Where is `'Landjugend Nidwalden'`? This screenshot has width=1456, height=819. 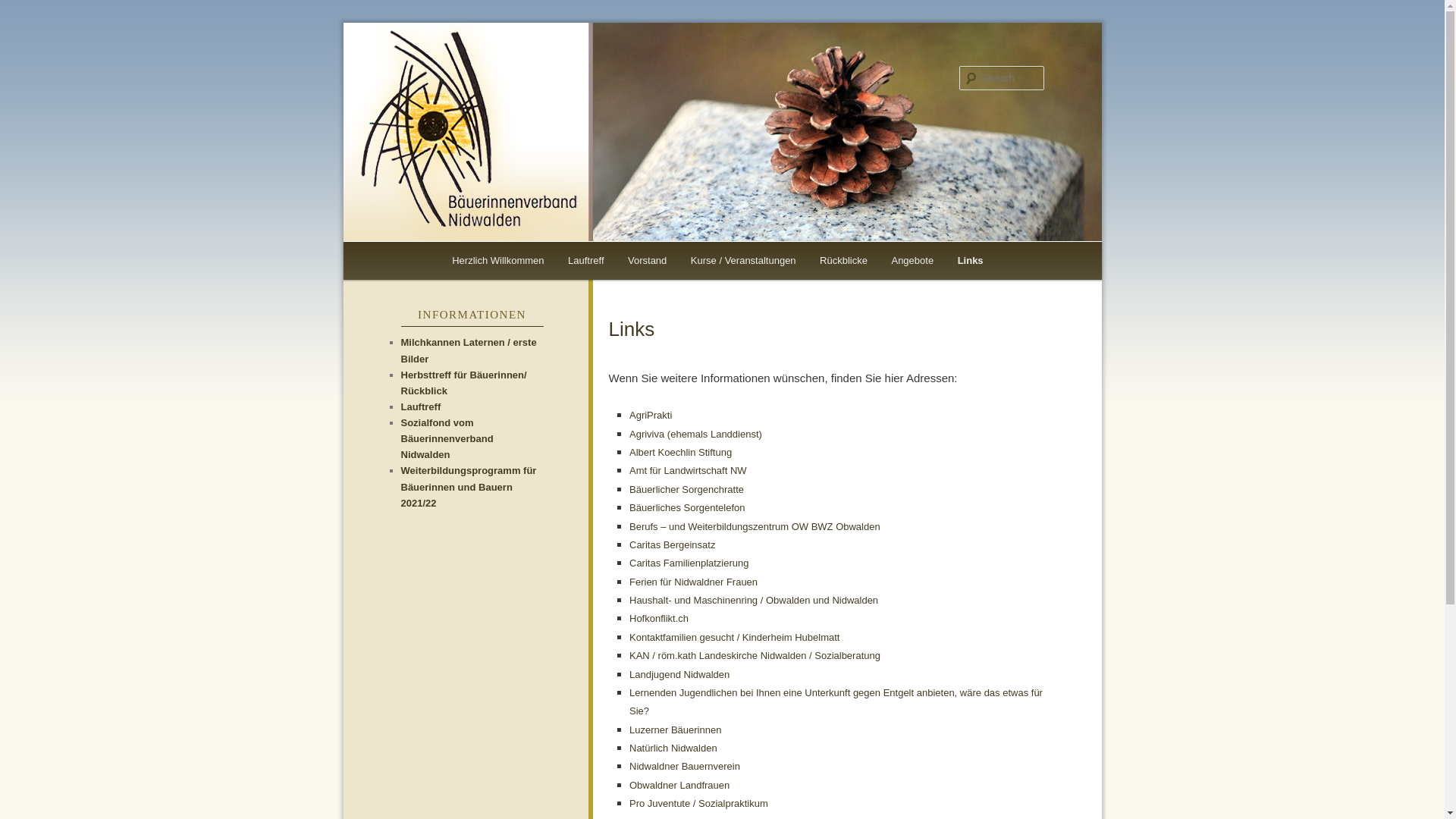
'Landjugend Nidwalden' is located at coordinates (679, 673).